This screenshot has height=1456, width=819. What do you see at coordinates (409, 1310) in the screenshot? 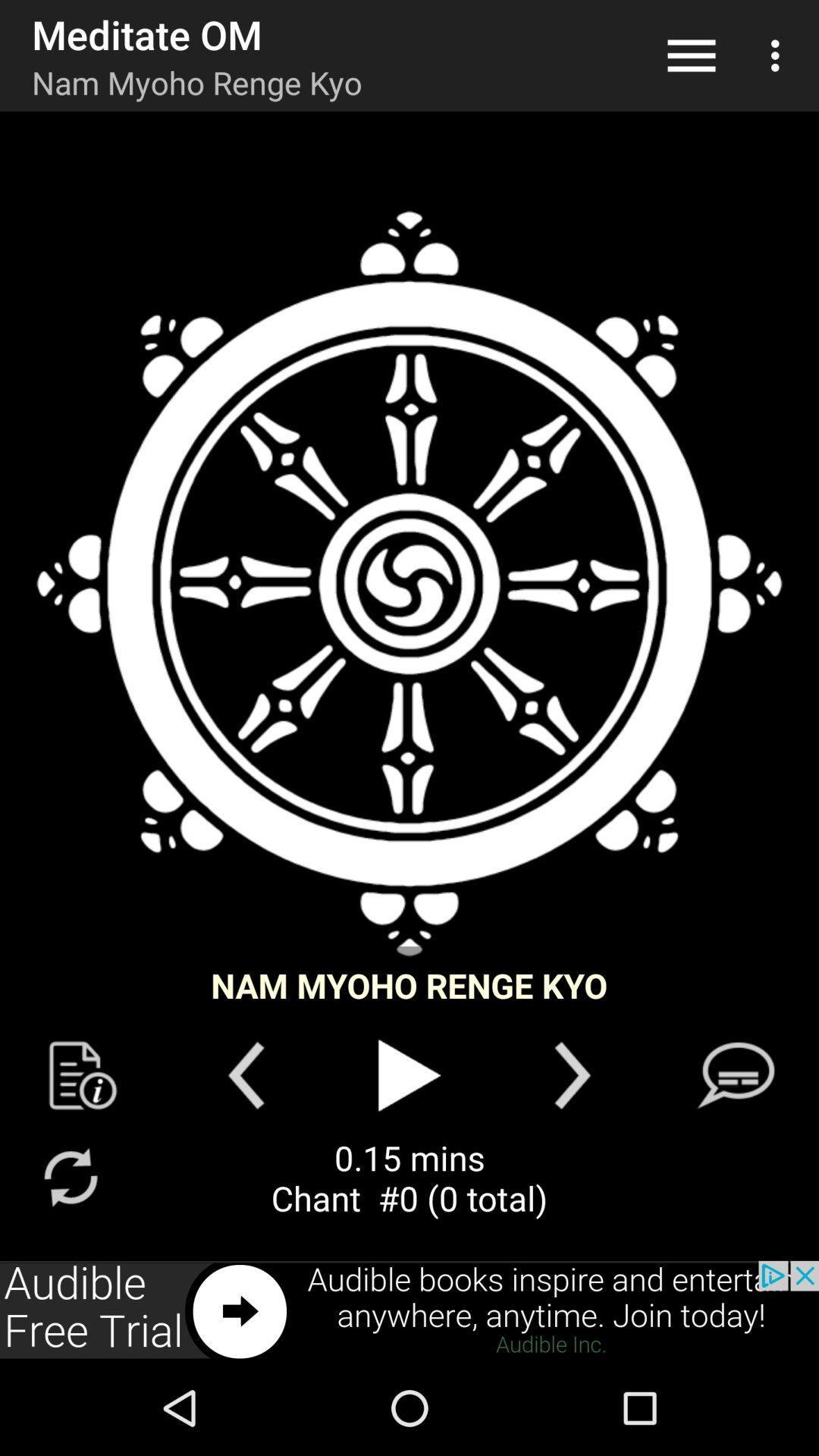
I see `advertisement page` at bounding box center [409, 1310].